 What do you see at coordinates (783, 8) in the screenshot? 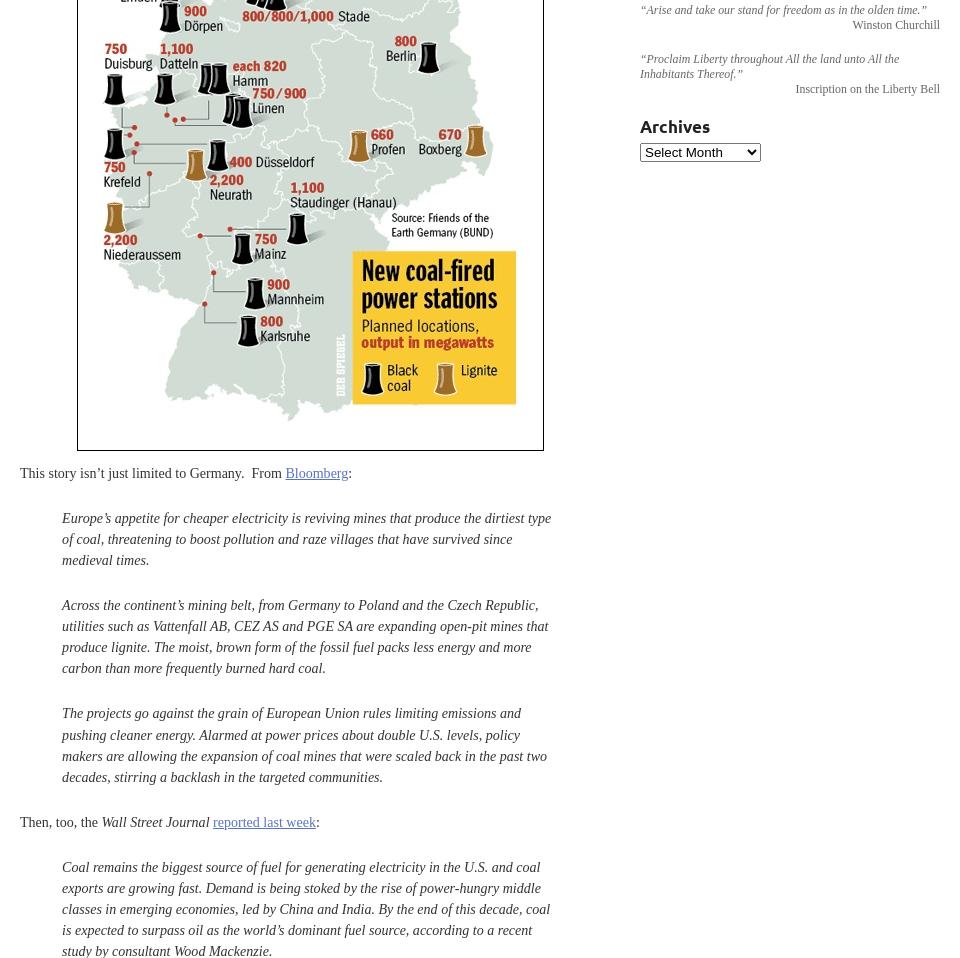
I see `'“Arise and take our stand for freedom as in the olden time.”'` at bounding box center [783, 8].